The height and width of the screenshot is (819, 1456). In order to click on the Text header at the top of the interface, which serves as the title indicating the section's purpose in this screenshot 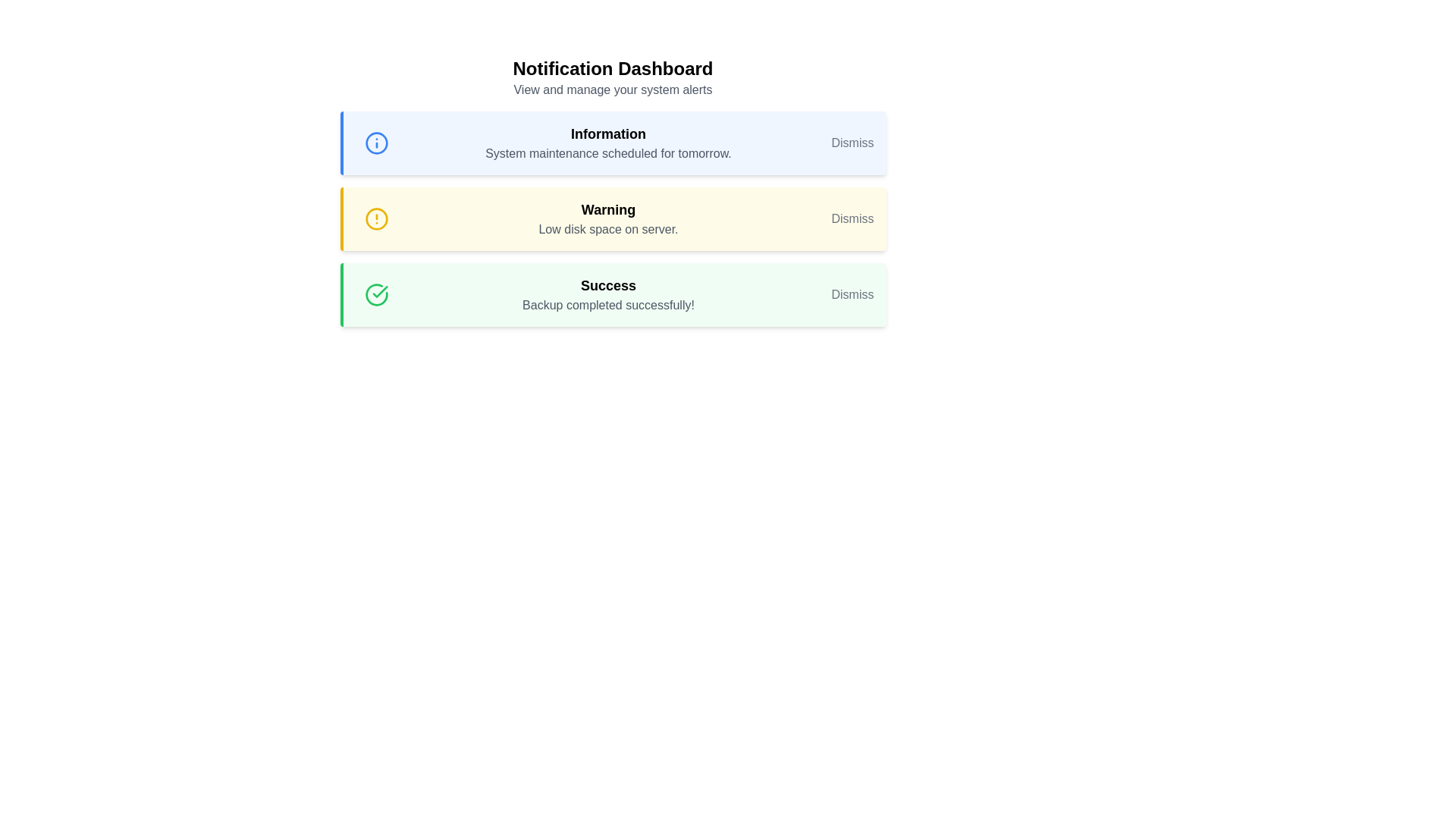, I will do `click(613, 69)`.